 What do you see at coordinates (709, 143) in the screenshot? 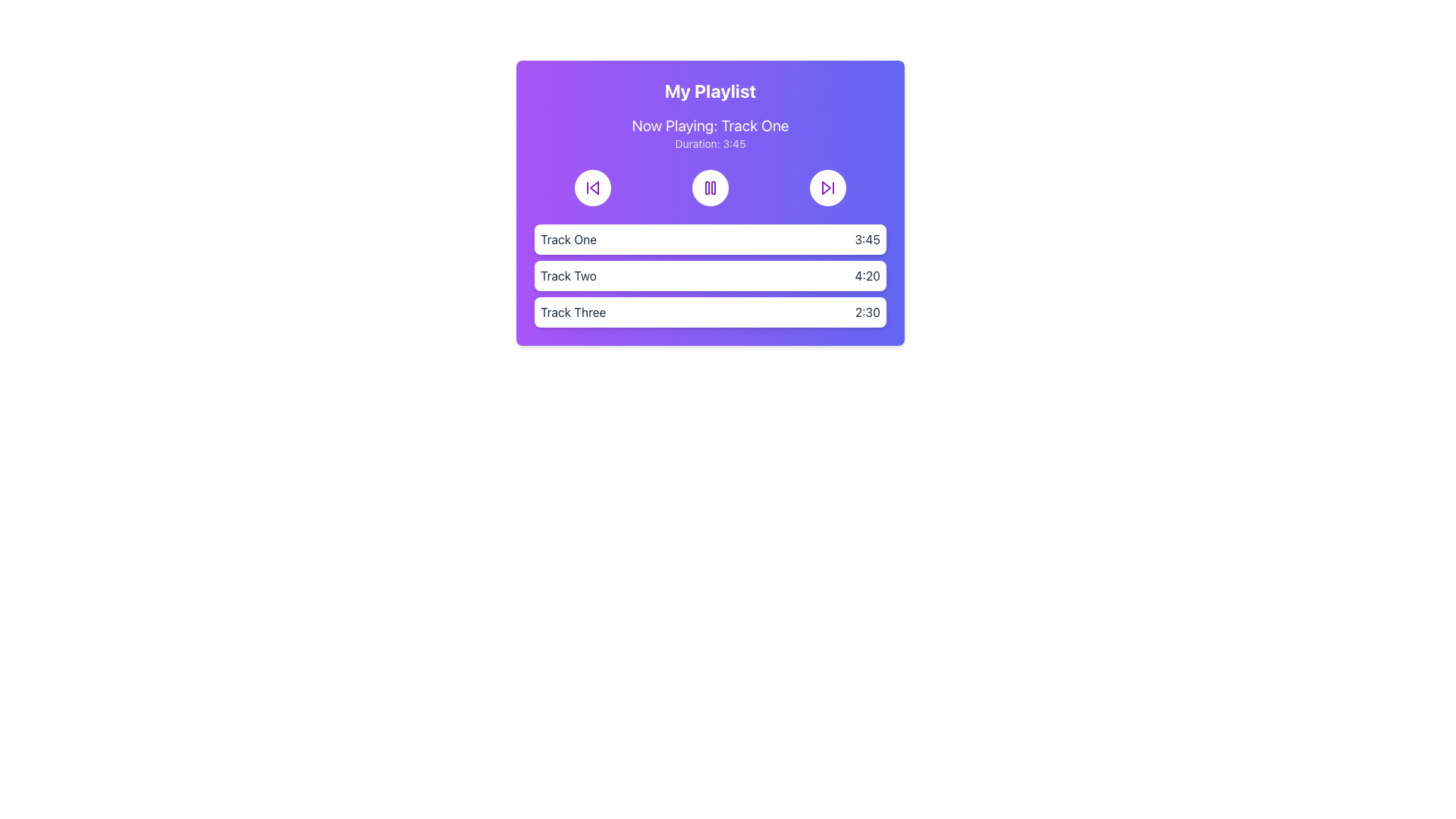
I see `the text label displaying the duration of the media track, which is styled in small gray font and located beneath the track title 'Now Playing: Track One'` at bounding box center [709, 143].